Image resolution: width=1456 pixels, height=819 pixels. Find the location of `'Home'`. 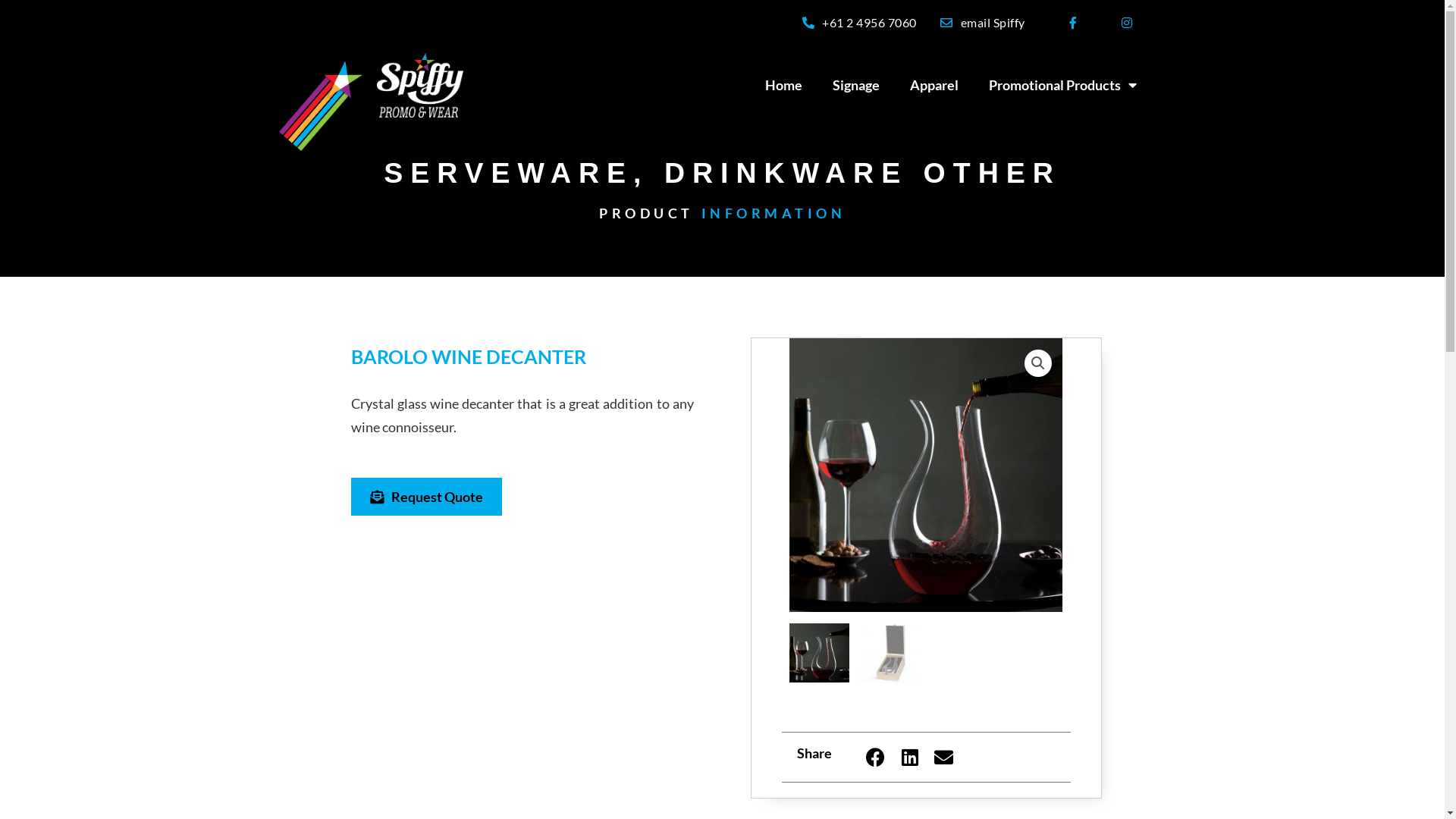

'Home' is located at coordinates (783, 84).